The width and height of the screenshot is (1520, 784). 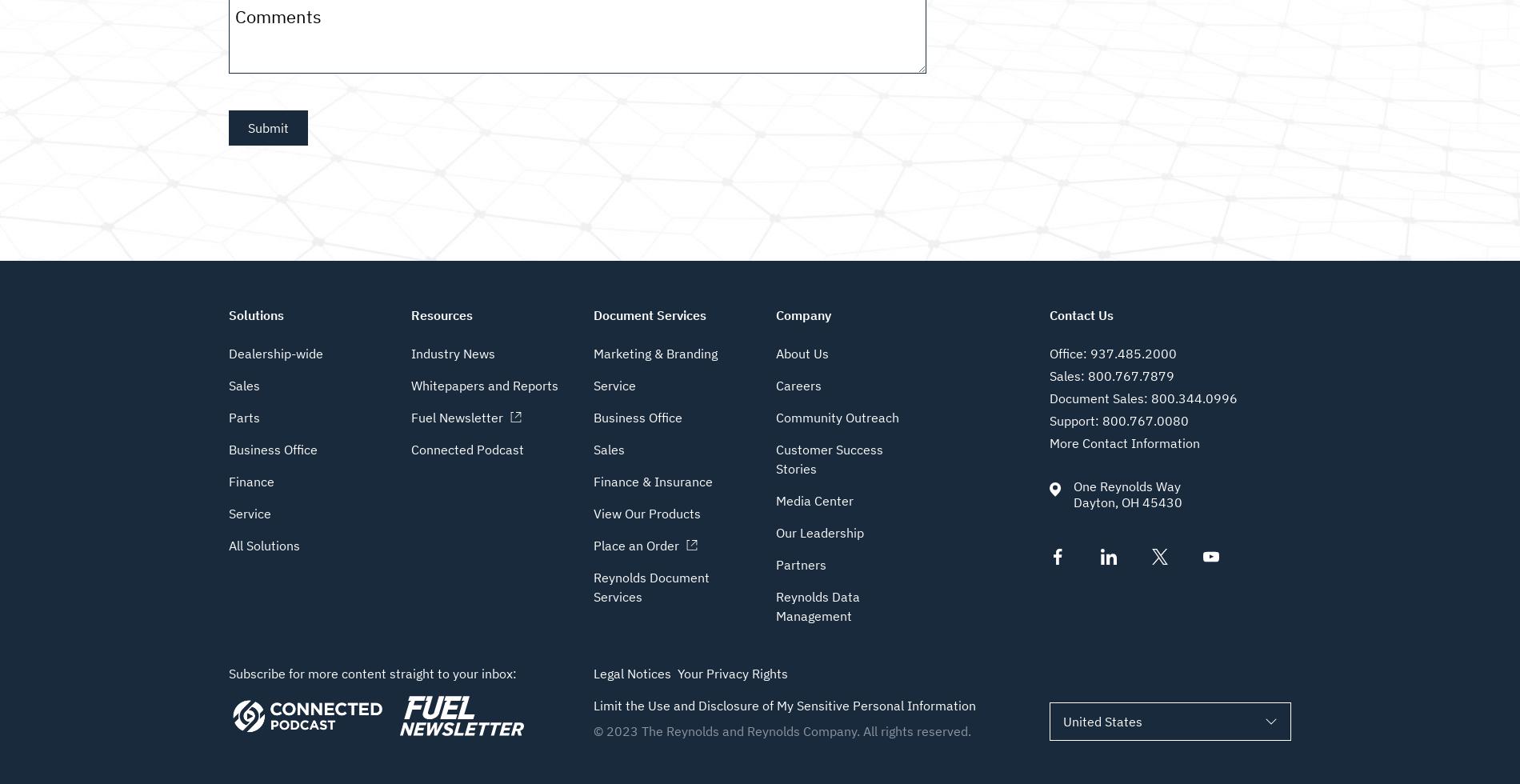 I want to click on 'Community Outreach', so click(x=838, y=418).